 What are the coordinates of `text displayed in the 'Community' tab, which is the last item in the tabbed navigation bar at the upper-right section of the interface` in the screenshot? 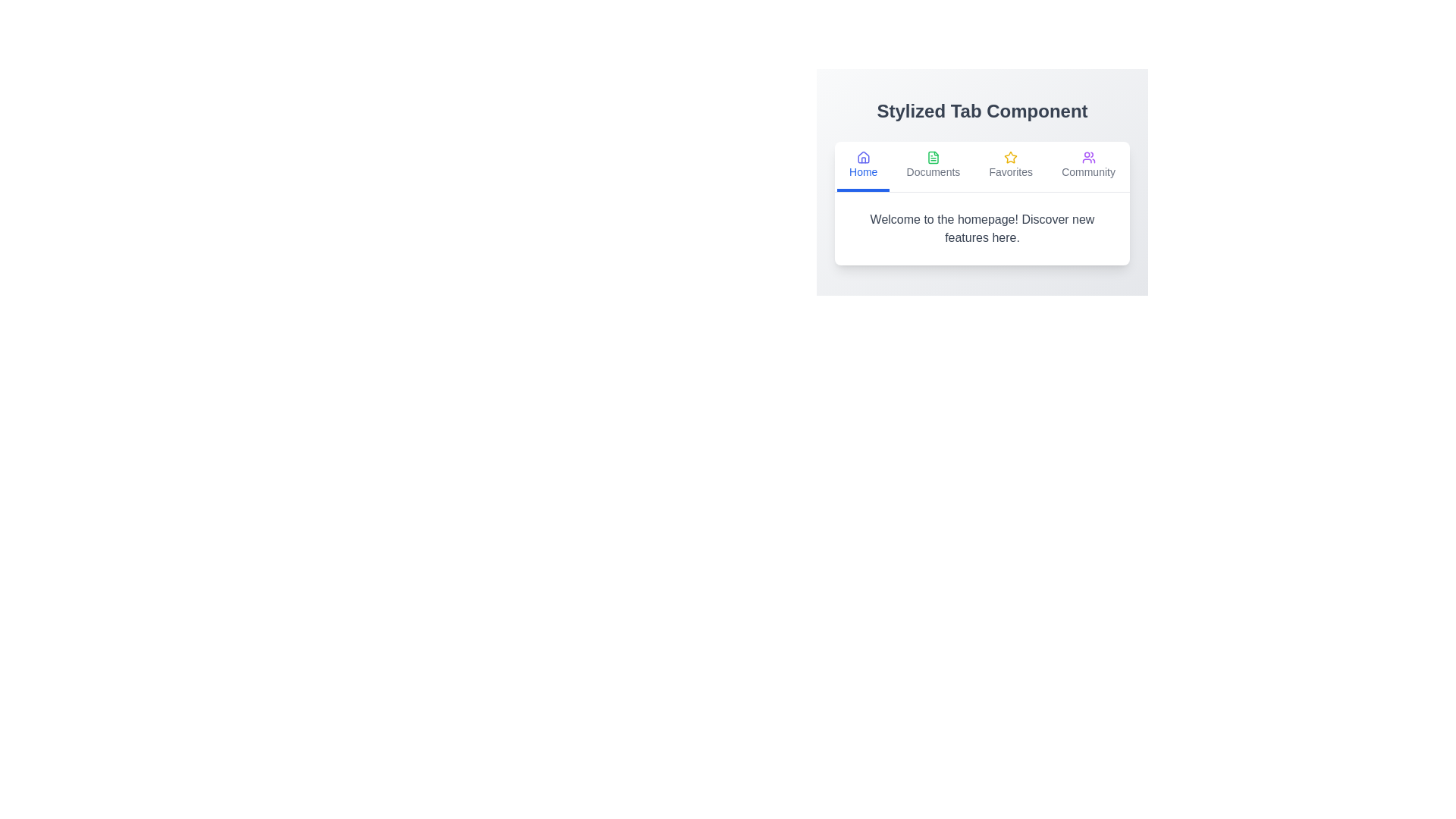 It's located at (1087, 171).